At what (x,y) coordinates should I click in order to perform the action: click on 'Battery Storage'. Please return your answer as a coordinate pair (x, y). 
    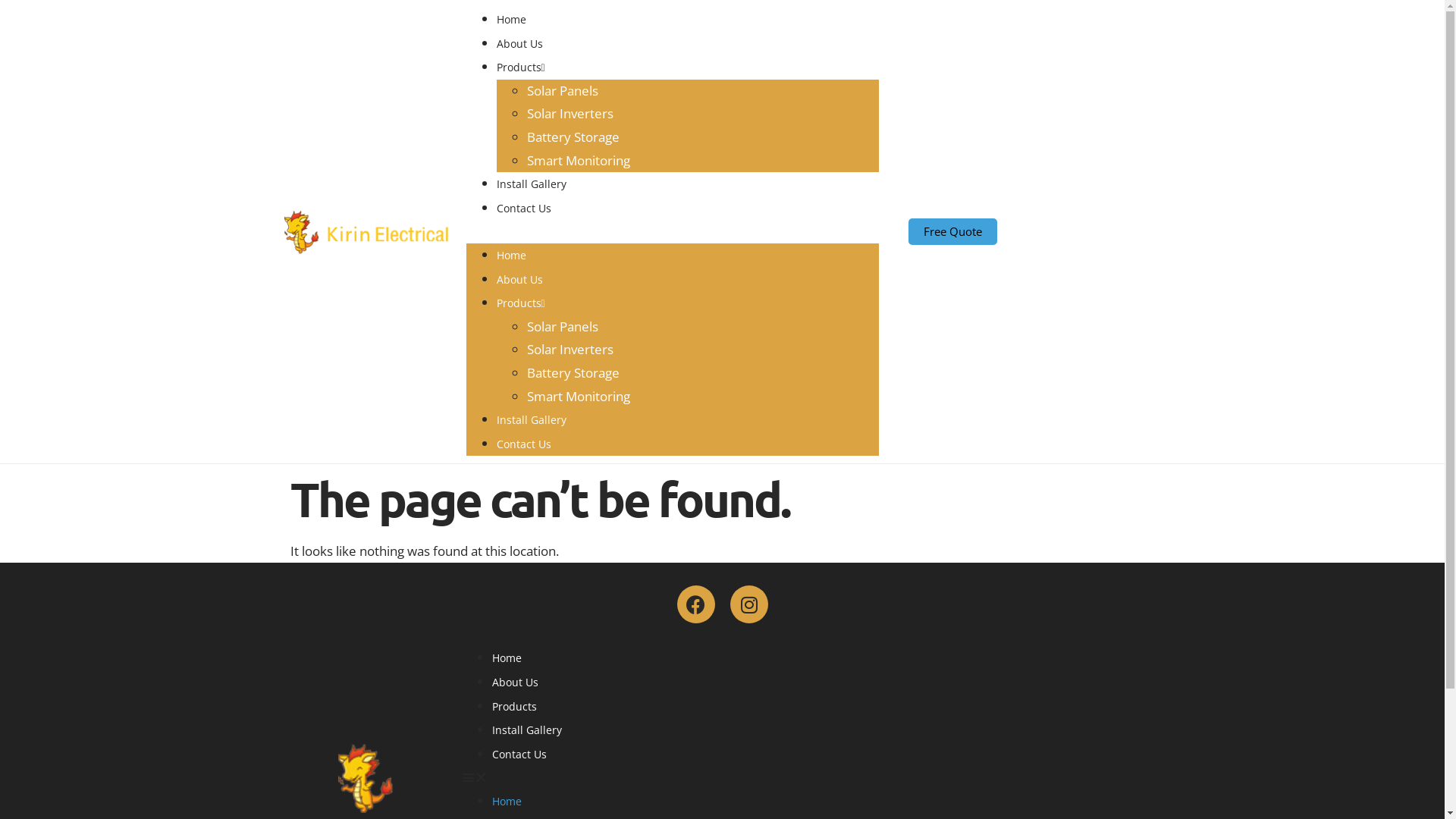
    Looking at the image, I should click on (571, 136).